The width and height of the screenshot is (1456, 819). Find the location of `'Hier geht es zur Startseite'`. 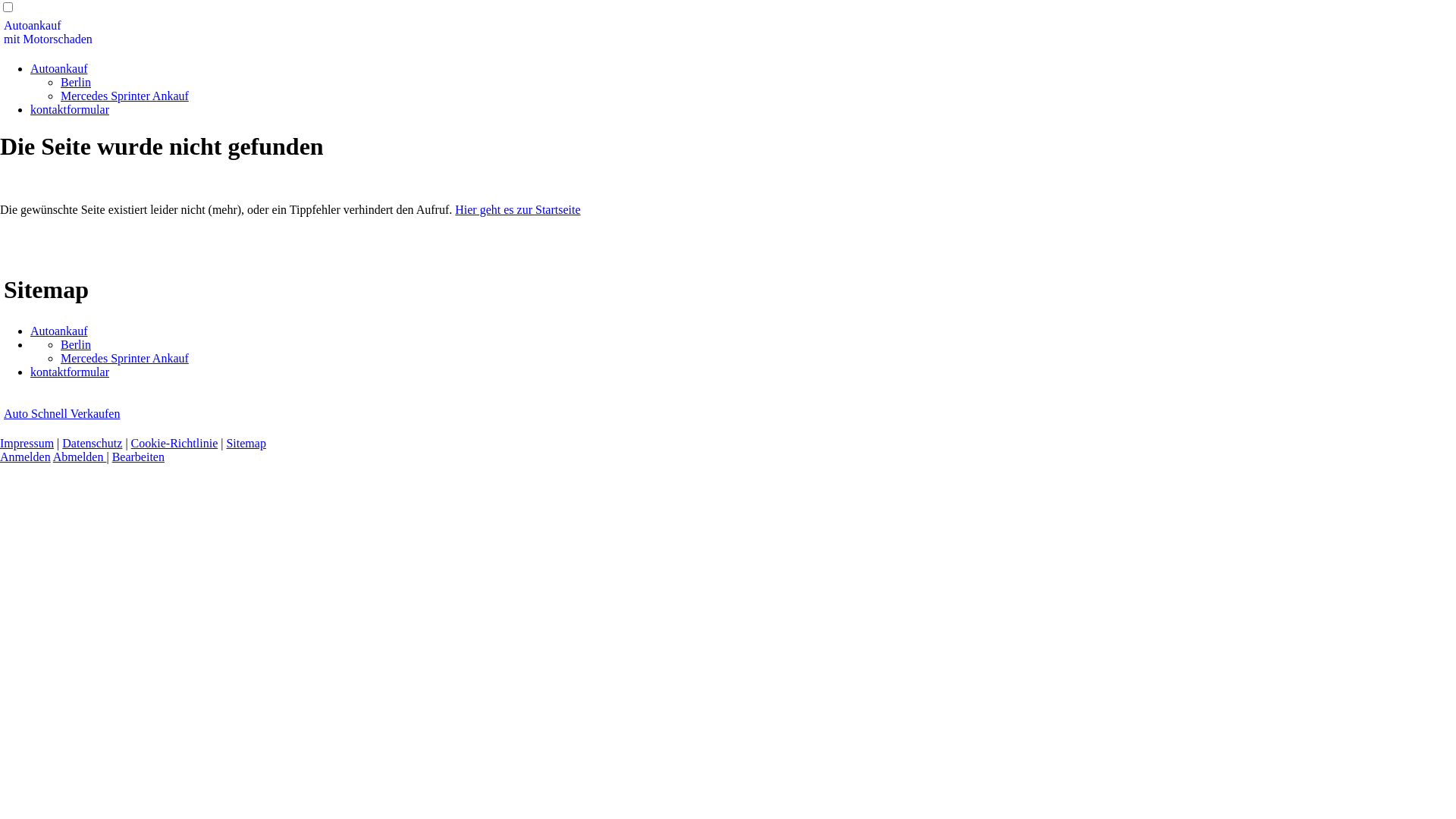

'Hier geht es zur Startseite' is located at coordinates (517, 209).